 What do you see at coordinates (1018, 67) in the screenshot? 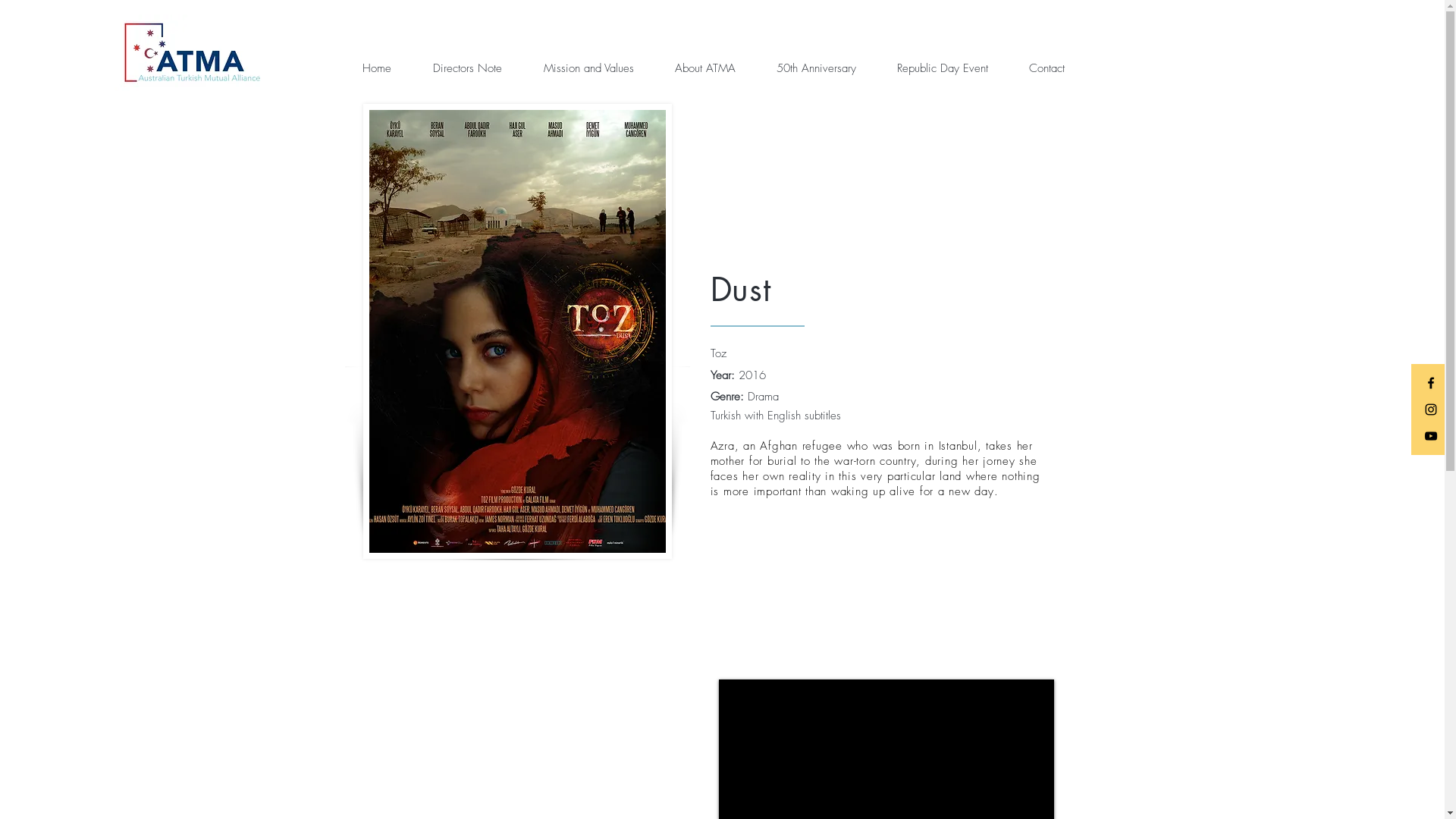
I see `'Contact'` at bounding box center [1018, 67].